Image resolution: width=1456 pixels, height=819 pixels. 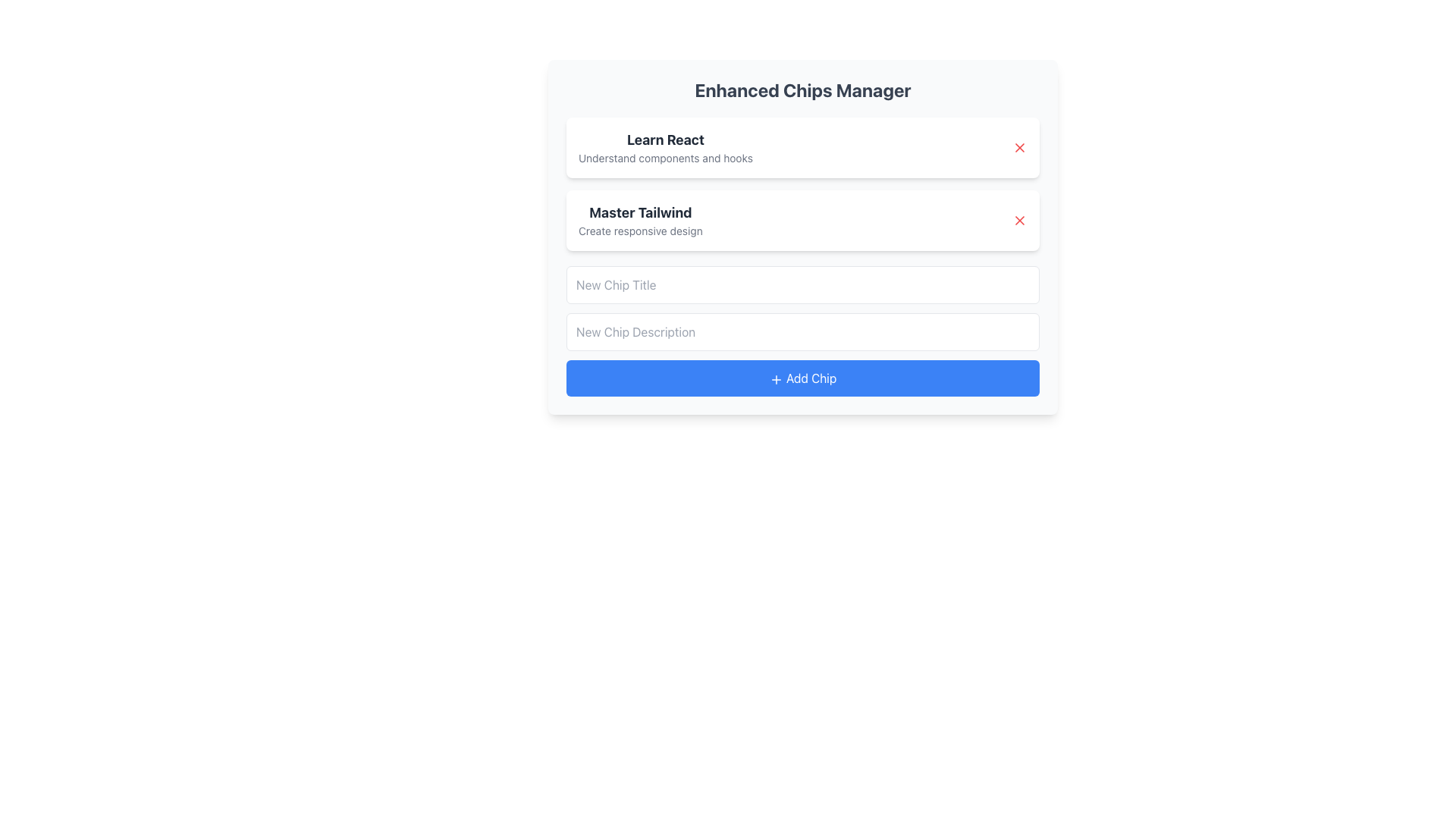 What do you see at coordinates (802, 90) in the screenshot?
I see `static text title located at the top of the card-like structure, which serves as a header for the current interface section` at bounding box center [802, 90].